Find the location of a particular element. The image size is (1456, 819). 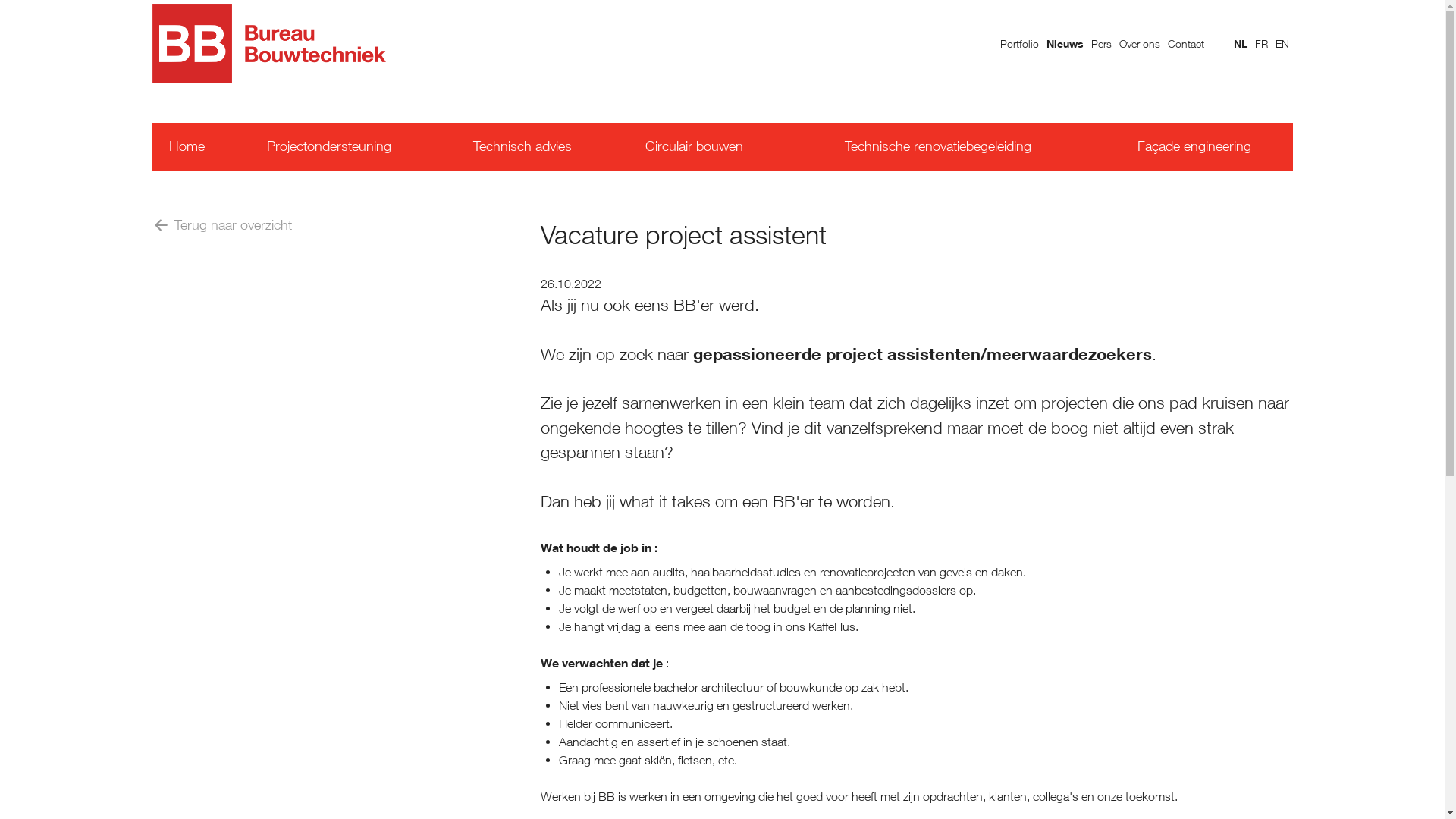

'FR' is located at coordinates (1261, 42).